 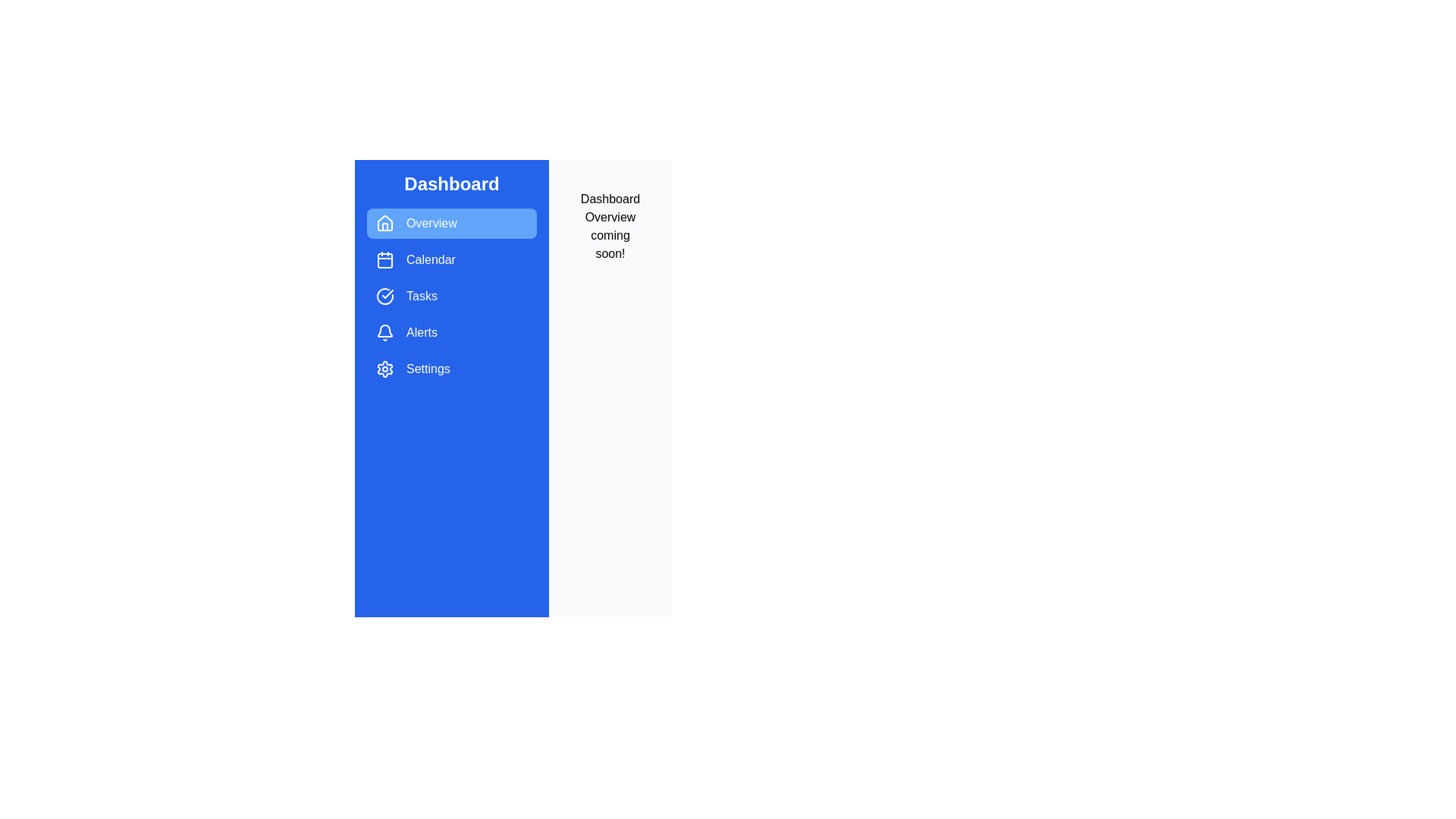 I want to click on the 'Calendar' text label, which is displayed in white on a blue background, located in the navigation menu between 'Overview' and 'Tasks', so click(x=430, y=259).